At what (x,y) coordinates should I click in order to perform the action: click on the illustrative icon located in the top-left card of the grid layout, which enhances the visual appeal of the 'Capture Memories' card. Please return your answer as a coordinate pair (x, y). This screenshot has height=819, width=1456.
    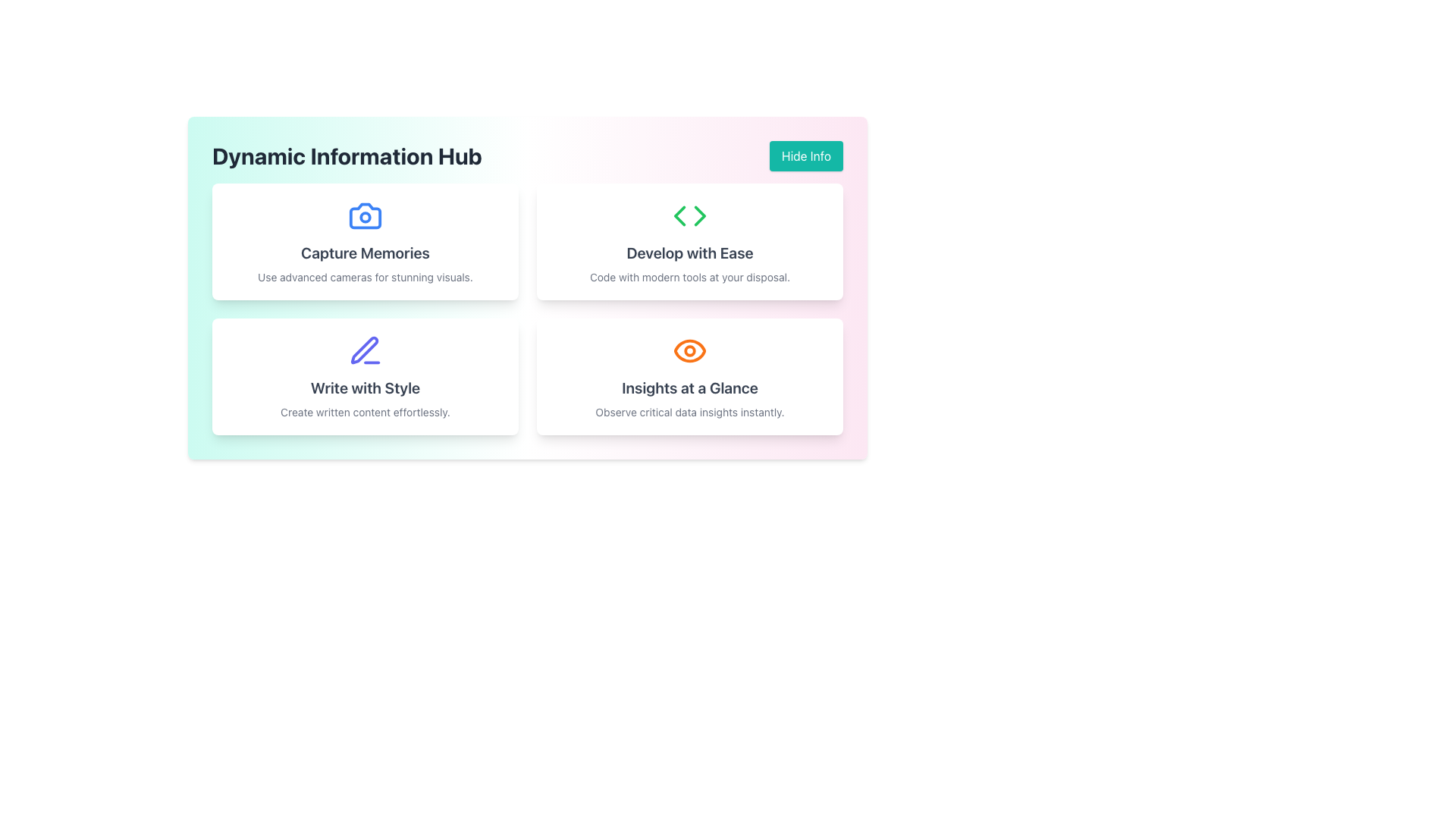
    Looking at the image, I should click on (365, 216).